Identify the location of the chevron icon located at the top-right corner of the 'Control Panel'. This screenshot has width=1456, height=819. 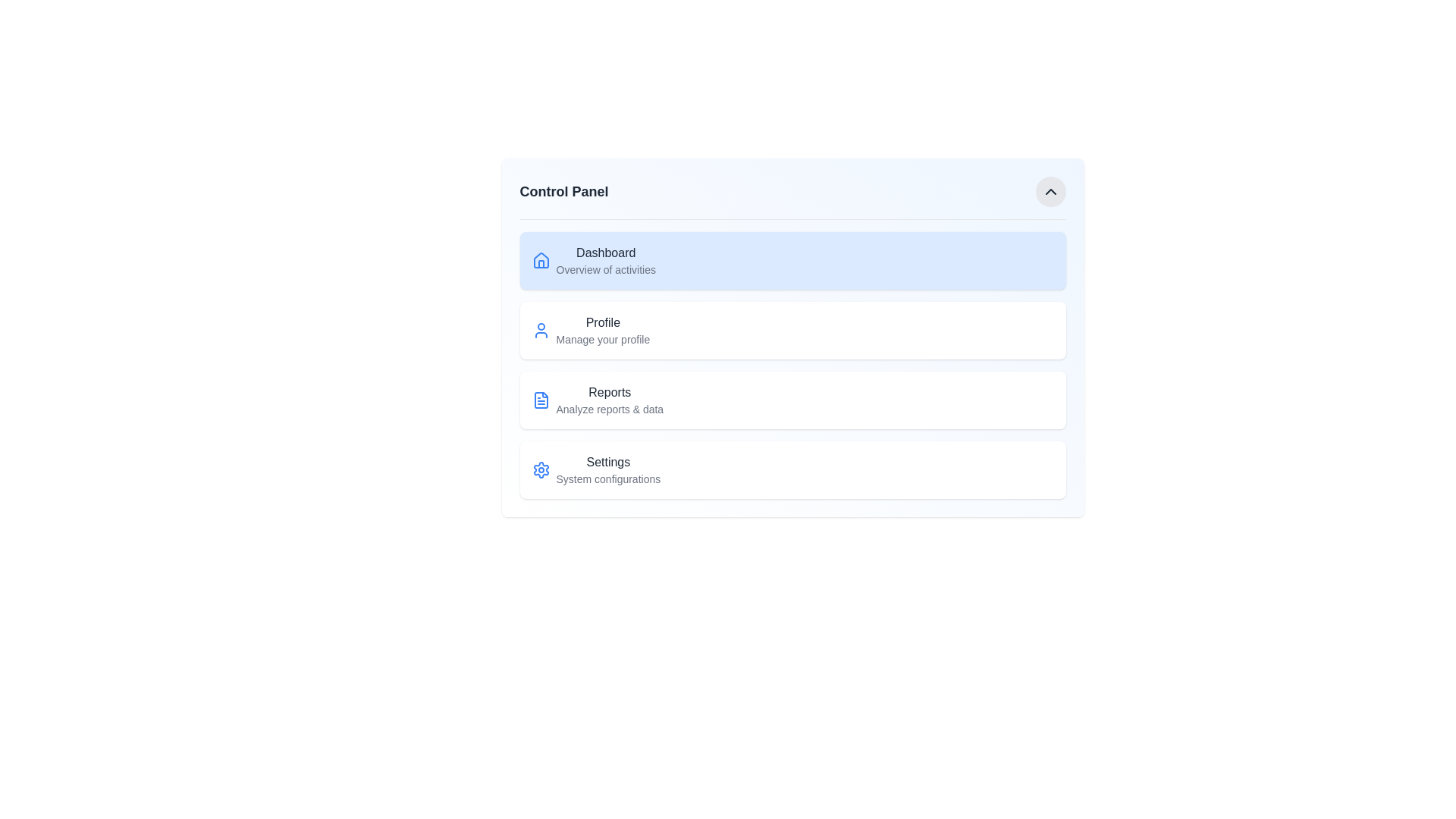
(1050, 191).